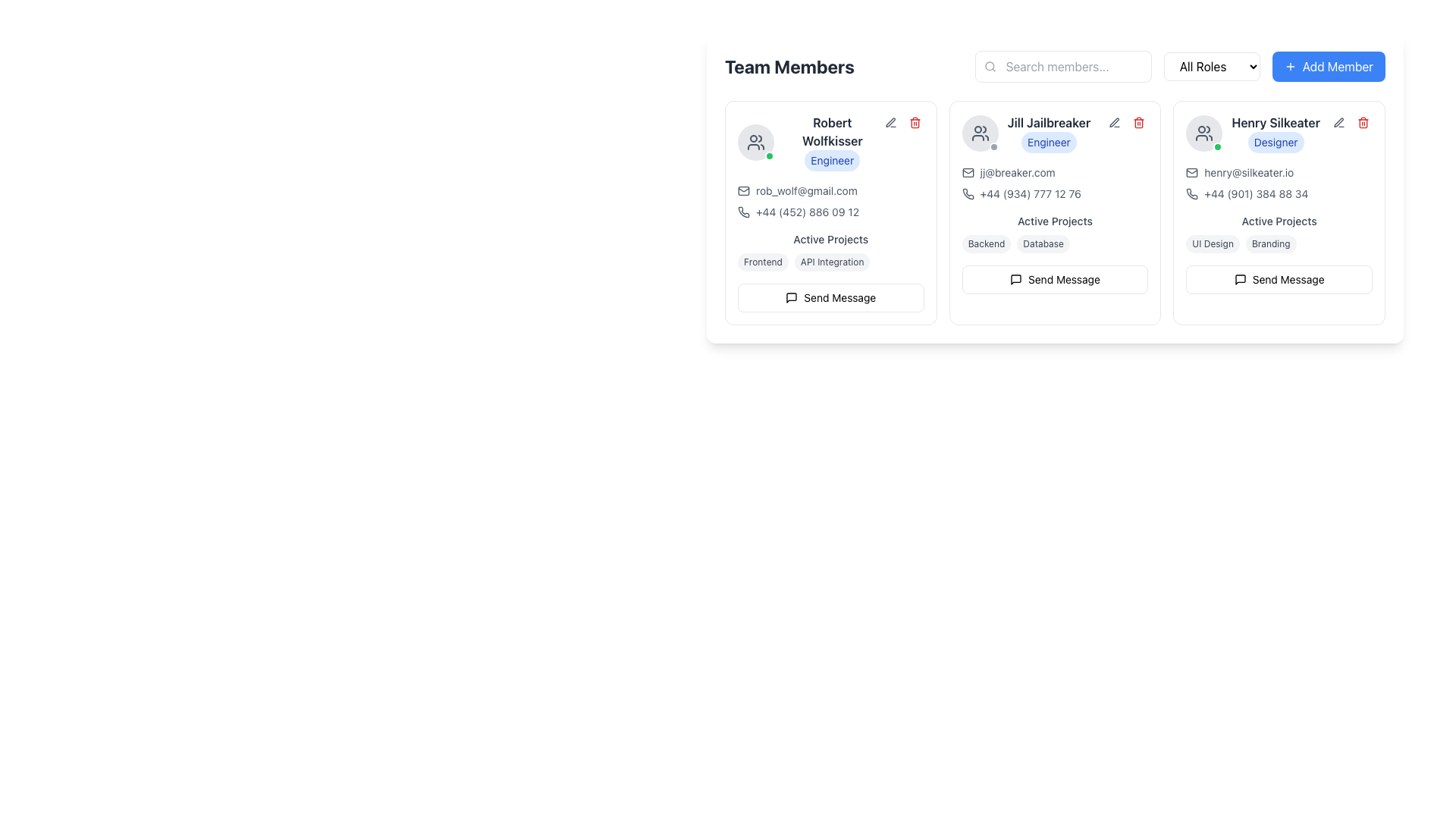 This screenshot has width=1456, height=819. I want to click on the pen-shaped edit icon located in the top-right corner of Robert Wolfkisser's card to initiate editing, so click(890, 122).